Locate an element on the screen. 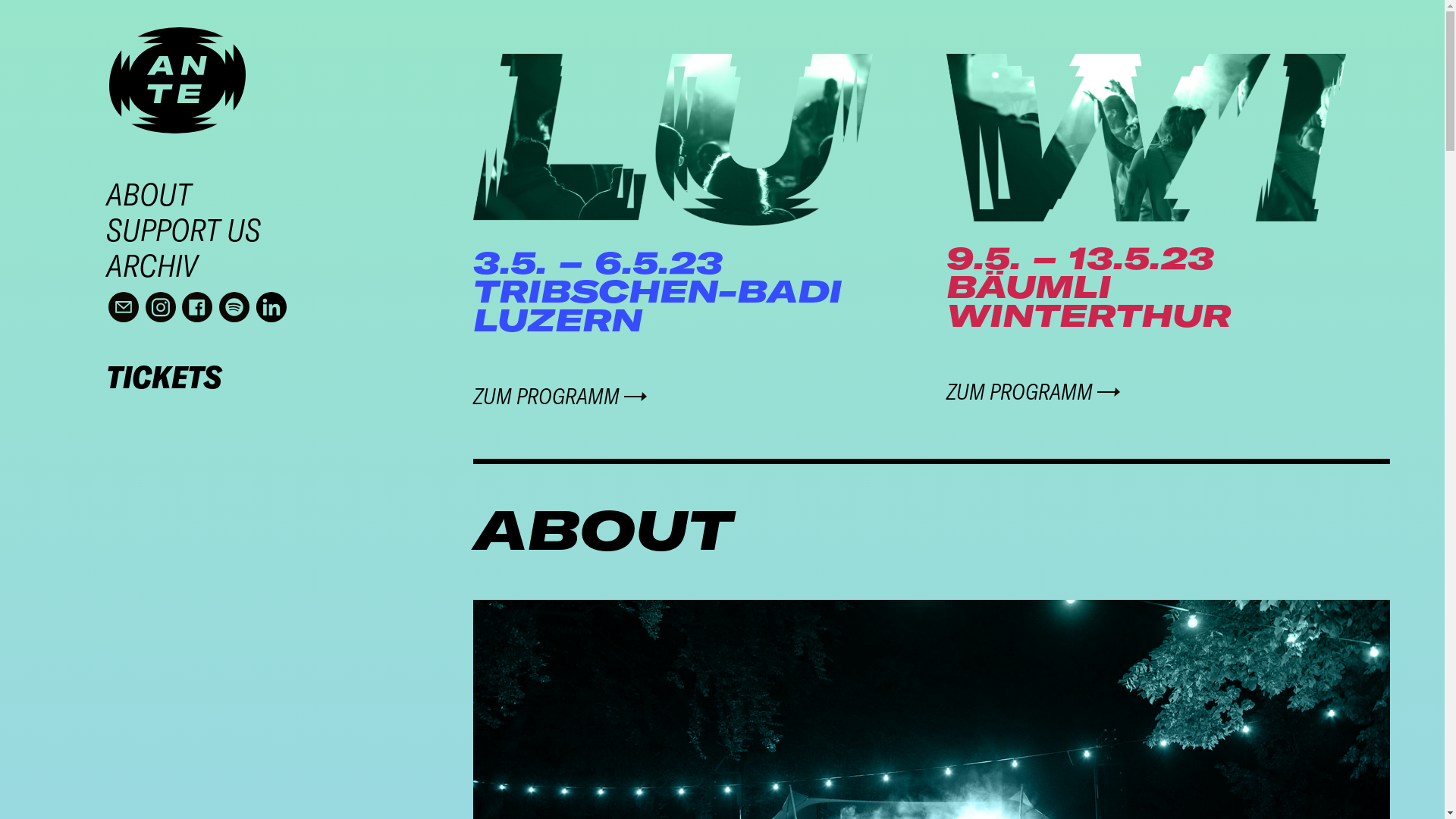 Image resolution: width=1456 pixels, height=819 pixels. 'TICKETS' is located at coordinates (163, 376).